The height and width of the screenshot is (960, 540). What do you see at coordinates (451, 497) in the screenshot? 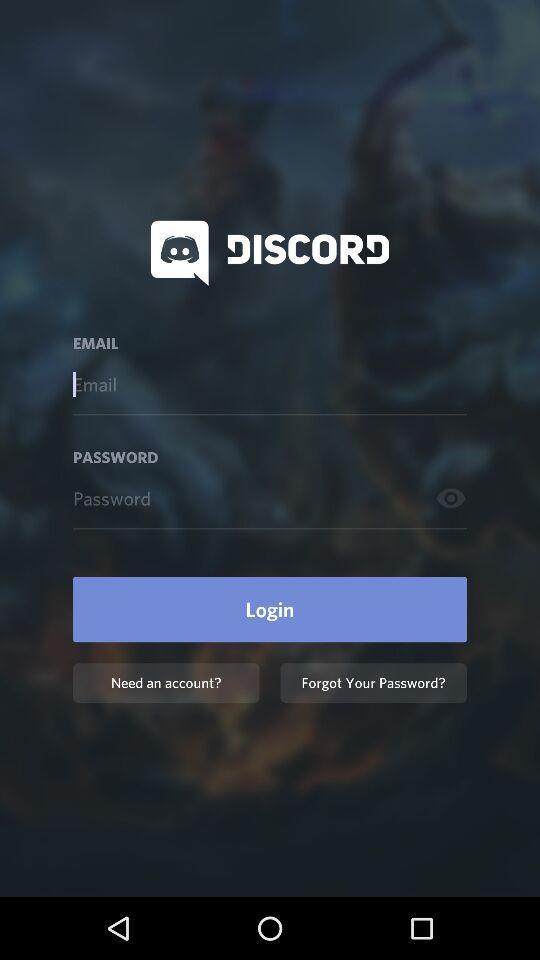
I see `the visibility icon` at bounding box center [451, 497].